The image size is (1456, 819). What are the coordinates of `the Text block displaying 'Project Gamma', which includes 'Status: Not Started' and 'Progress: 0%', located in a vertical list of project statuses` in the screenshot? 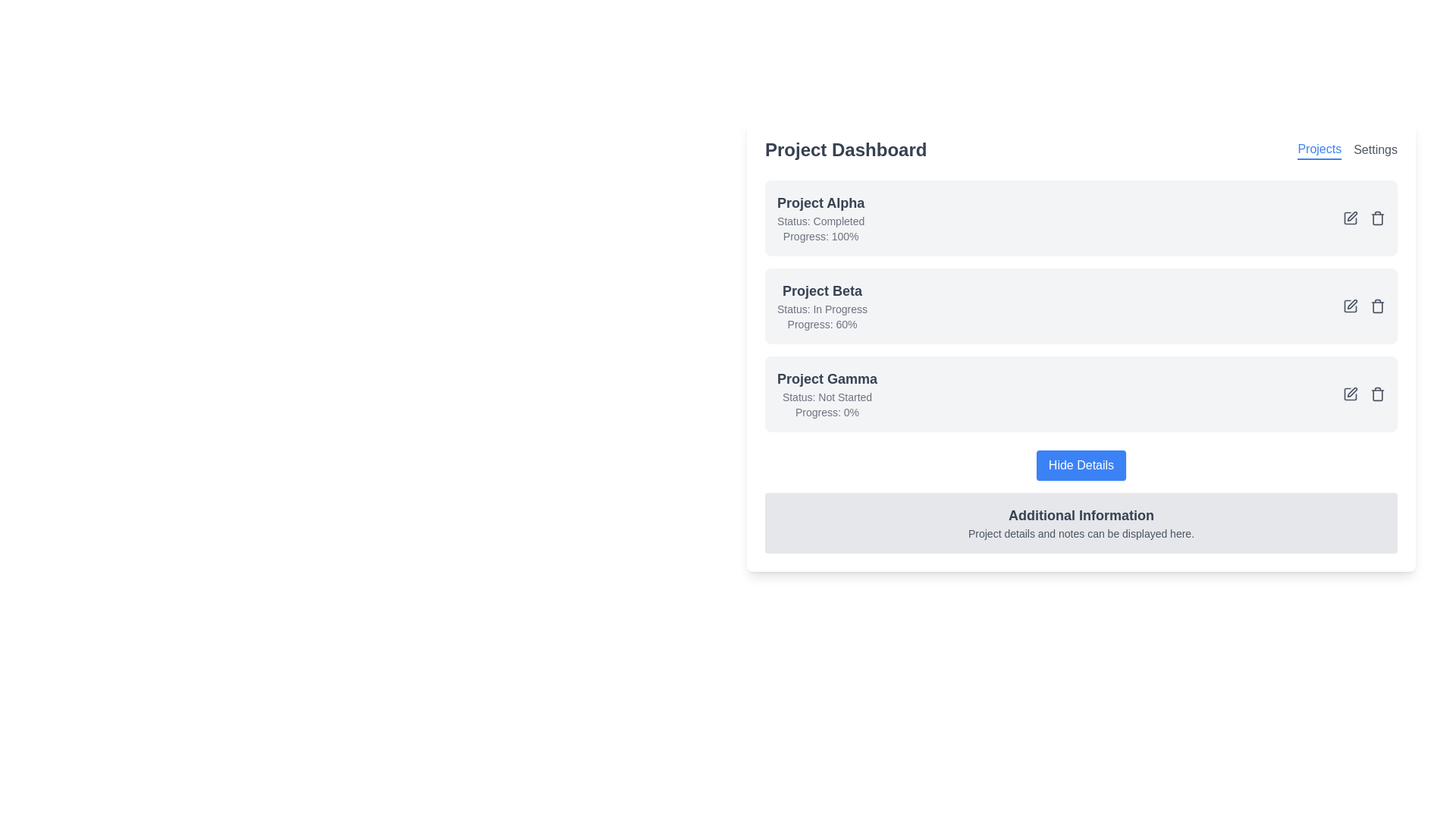 It's located at (826, 394).